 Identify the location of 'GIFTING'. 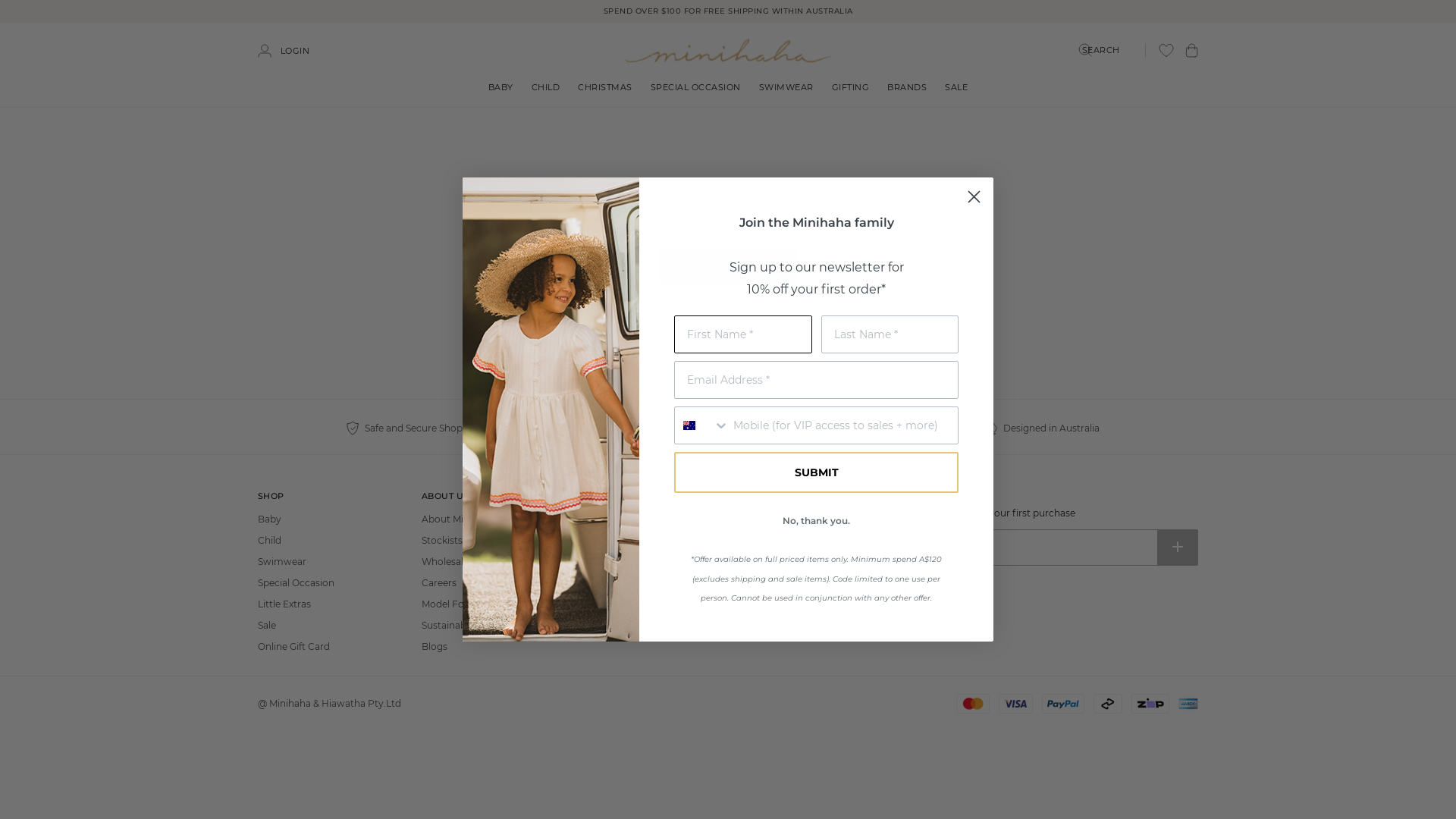
(851, 87).